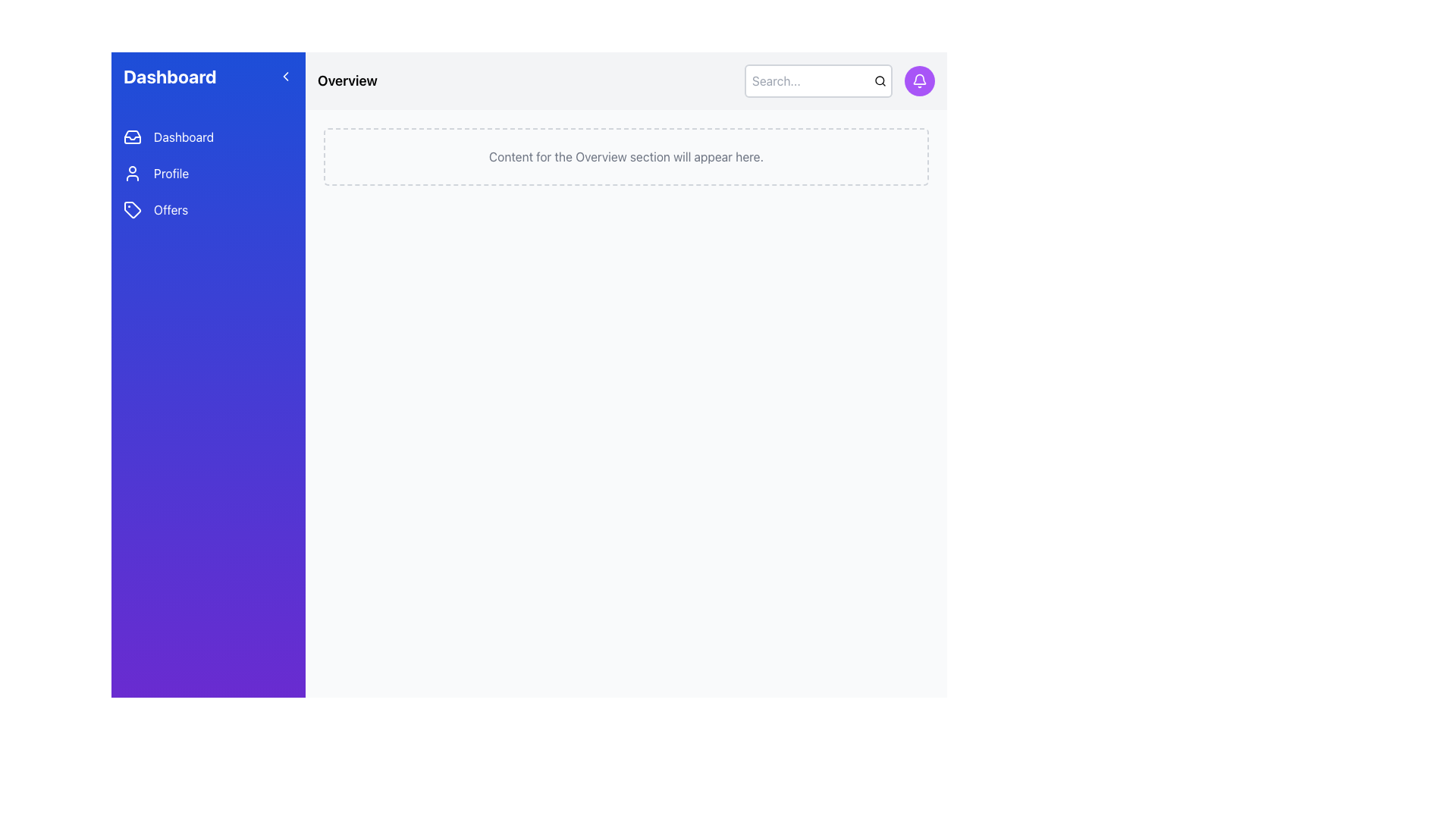 This screenshot has width=1456, height=819. Describe the element at coordinates (132, 210) in the screenshot. I see `the 'Offers' menu item icon located on the left side of the interface, which visually indicates the section's content and purpose` at that location.